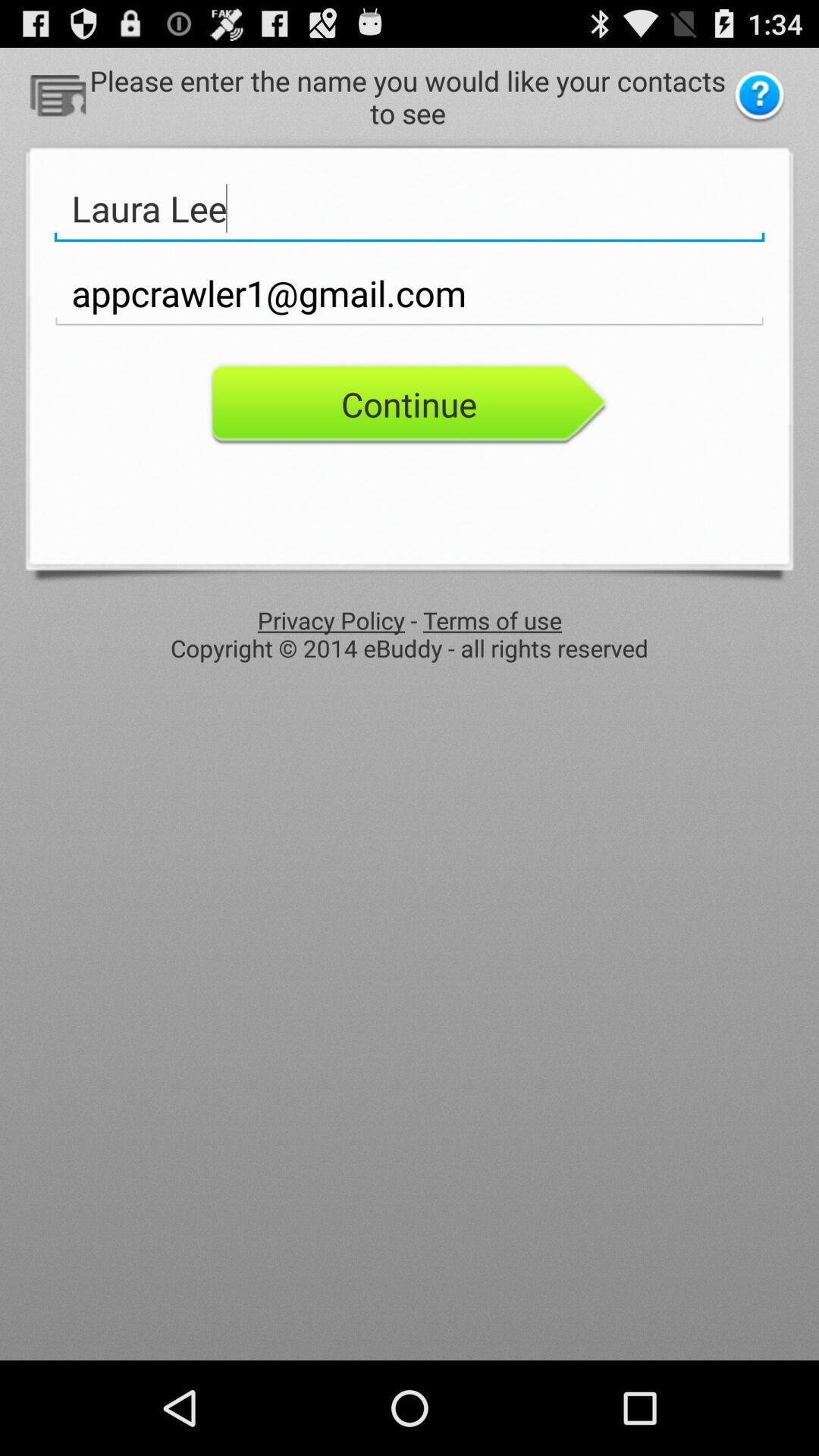 The width and height of the screenshot is (819, 1456). Describe the element at coordinates (759, 96) in the screenshot. I see `more information` at that location.